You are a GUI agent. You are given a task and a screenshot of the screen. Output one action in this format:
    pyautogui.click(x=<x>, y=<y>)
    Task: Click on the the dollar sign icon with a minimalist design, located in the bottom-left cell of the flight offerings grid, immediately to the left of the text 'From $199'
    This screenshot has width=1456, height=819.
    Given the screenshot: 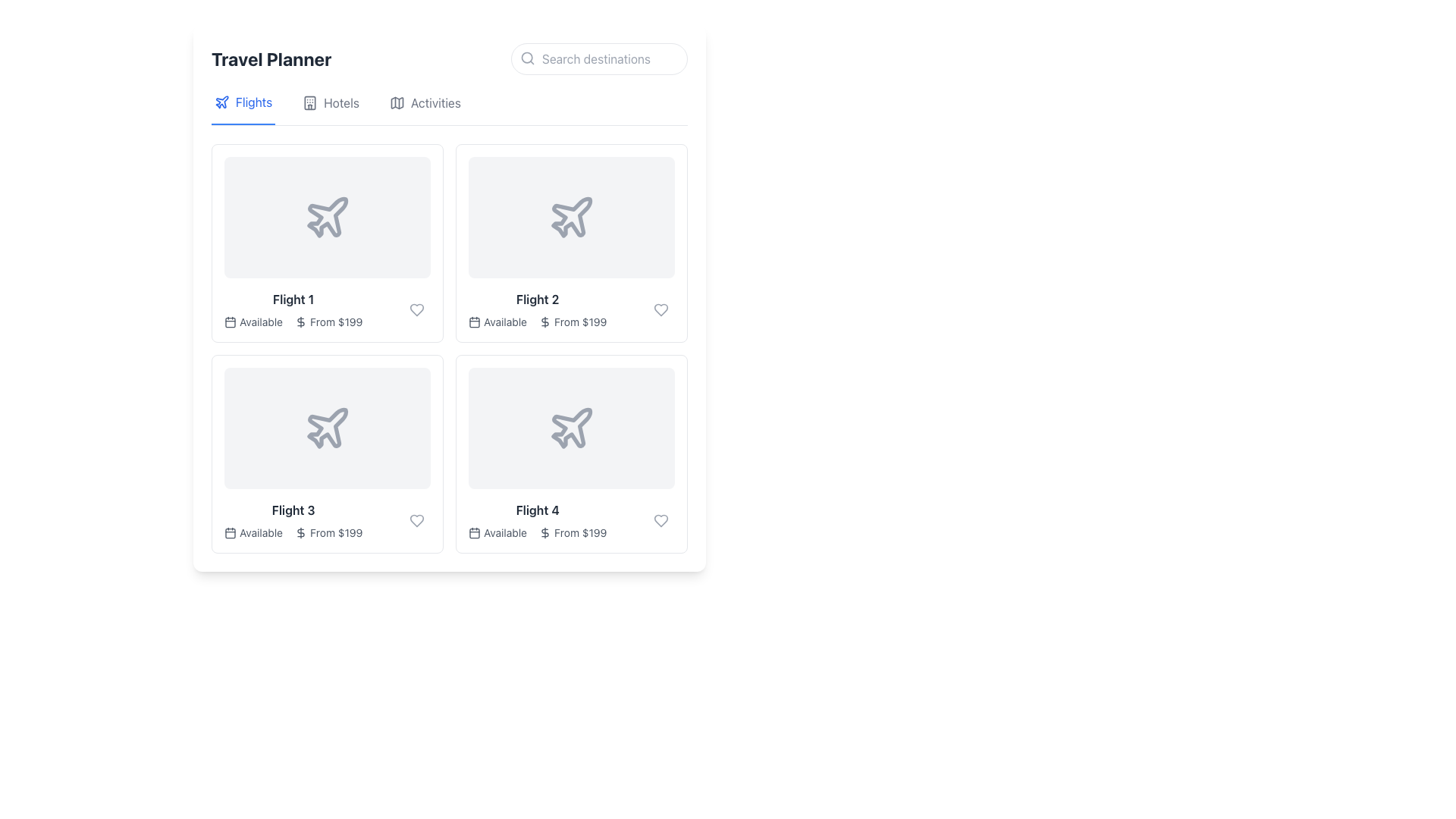 What is the action you would take?
    pyautogui.click(x=301, y=532)
    